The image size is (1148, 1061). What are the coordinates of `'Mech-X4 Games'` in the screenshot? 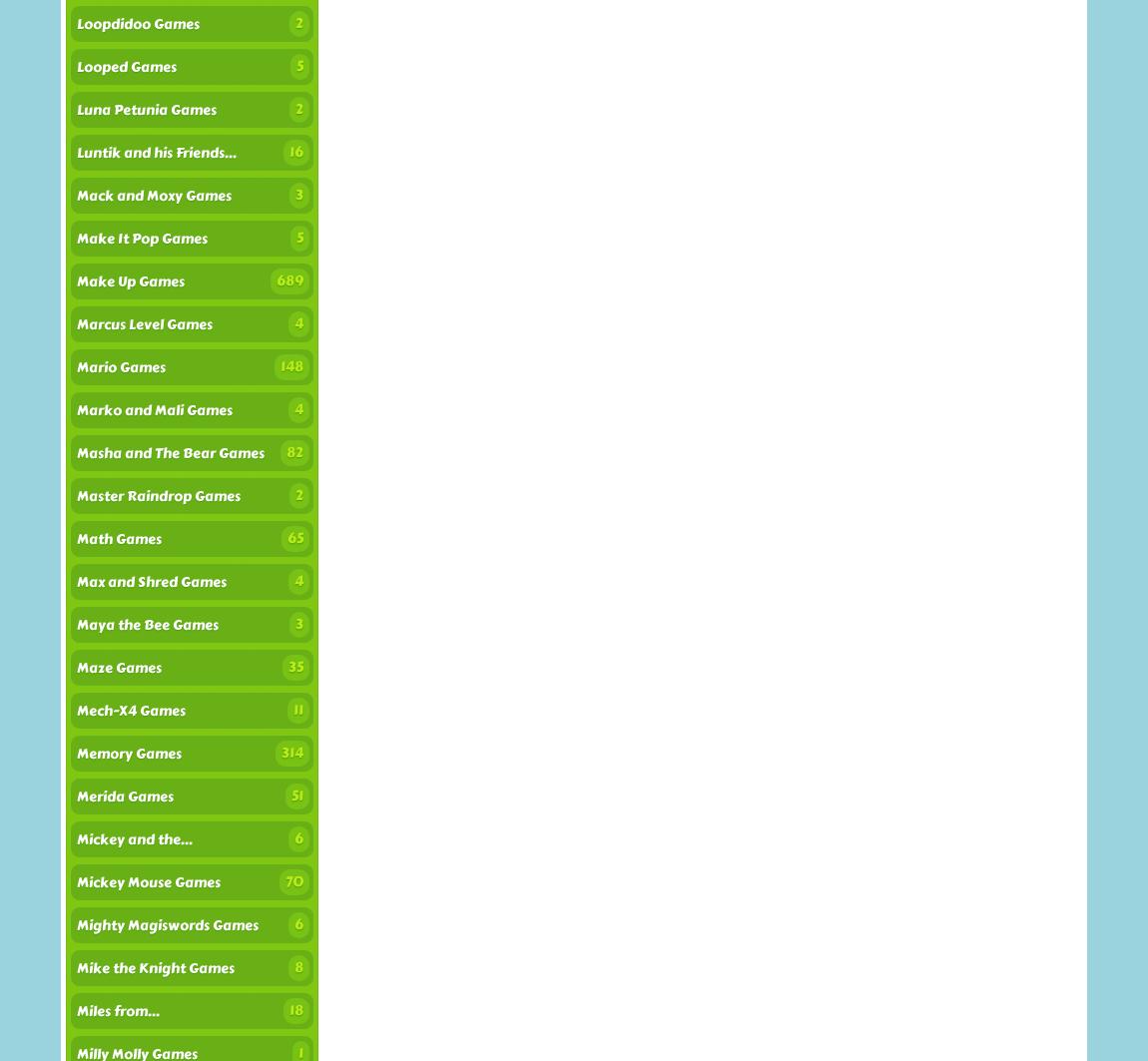 It's located at (130, 710).